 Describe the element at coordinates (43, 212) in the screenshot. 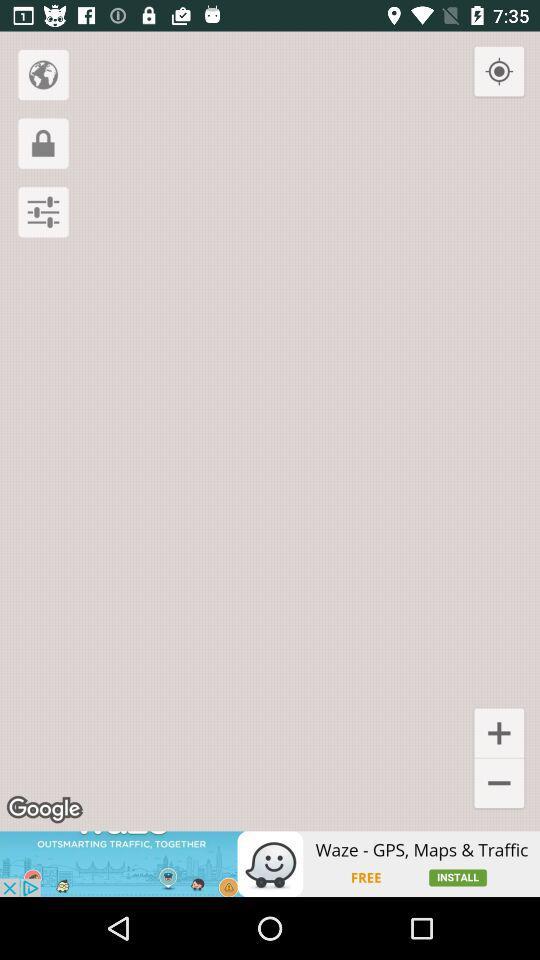

I see `the sliders icon` at that location.